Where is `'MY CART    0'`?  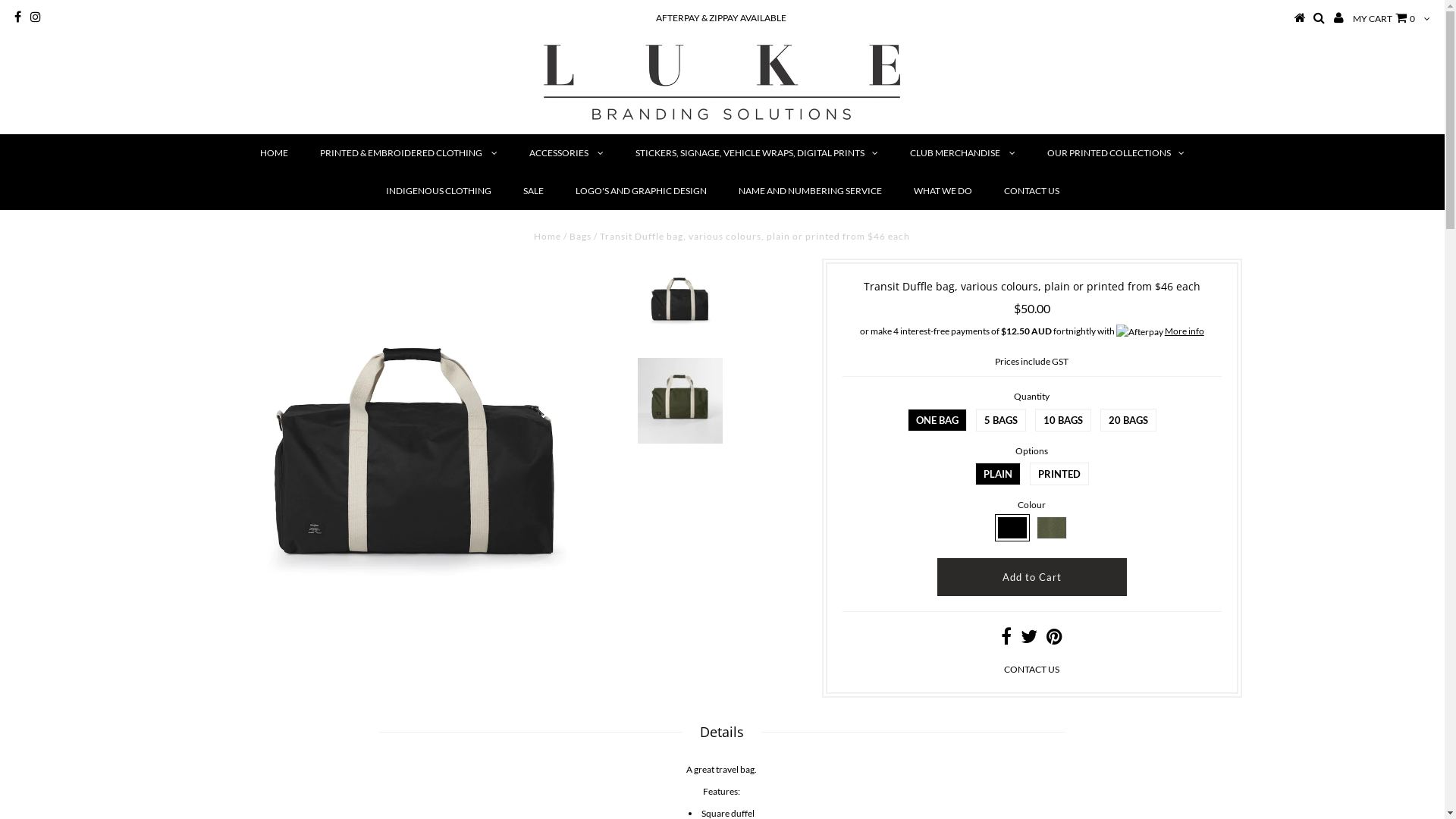
'MY CART    0' is located at coordinates (1383, 18).